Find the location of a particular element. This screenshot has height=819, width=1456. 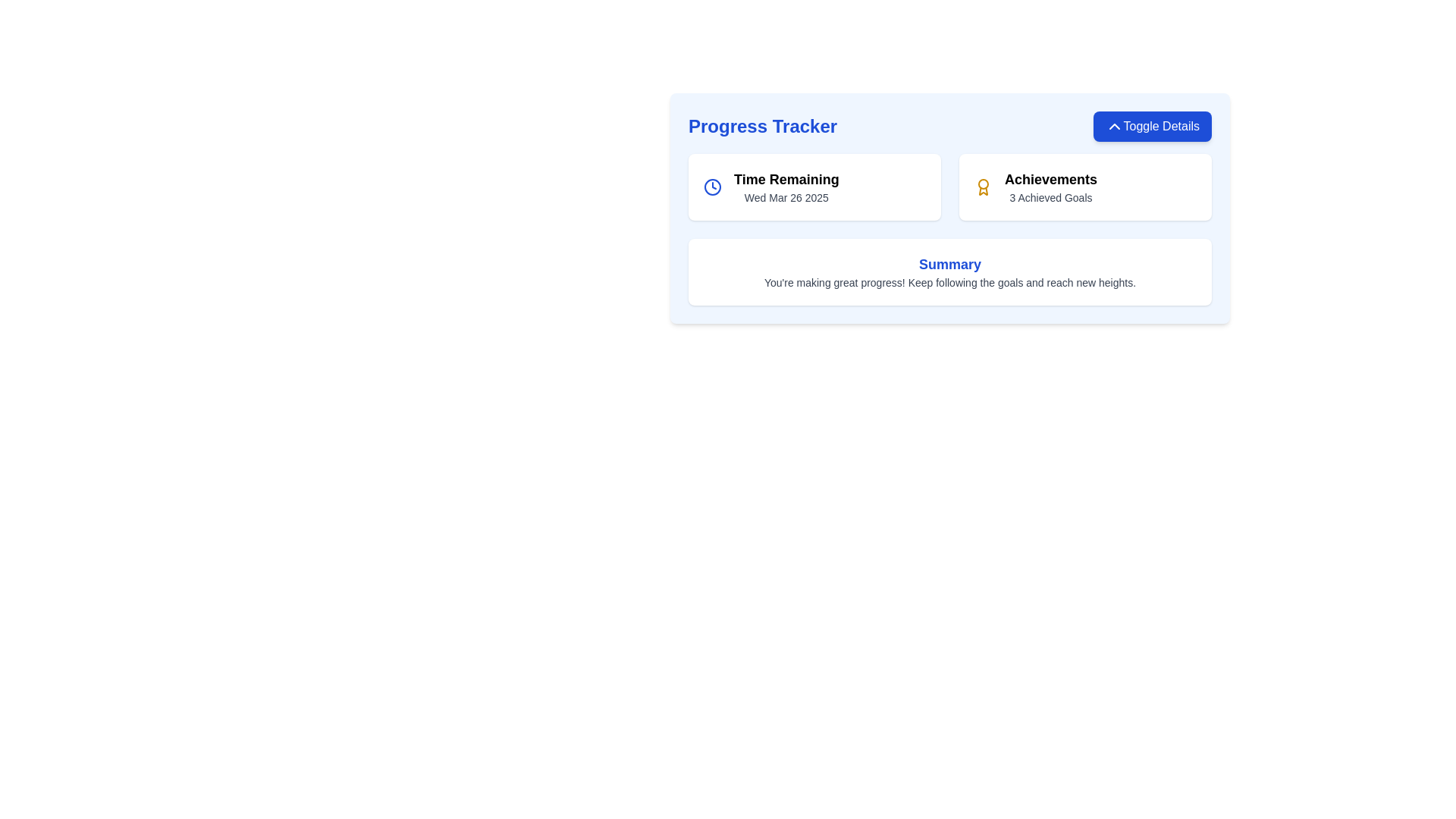

text displayed in the top-left region of the first card, next to the small blue clock icon, which indicates the remaining time and specific date is located at coordinates (786, 186).